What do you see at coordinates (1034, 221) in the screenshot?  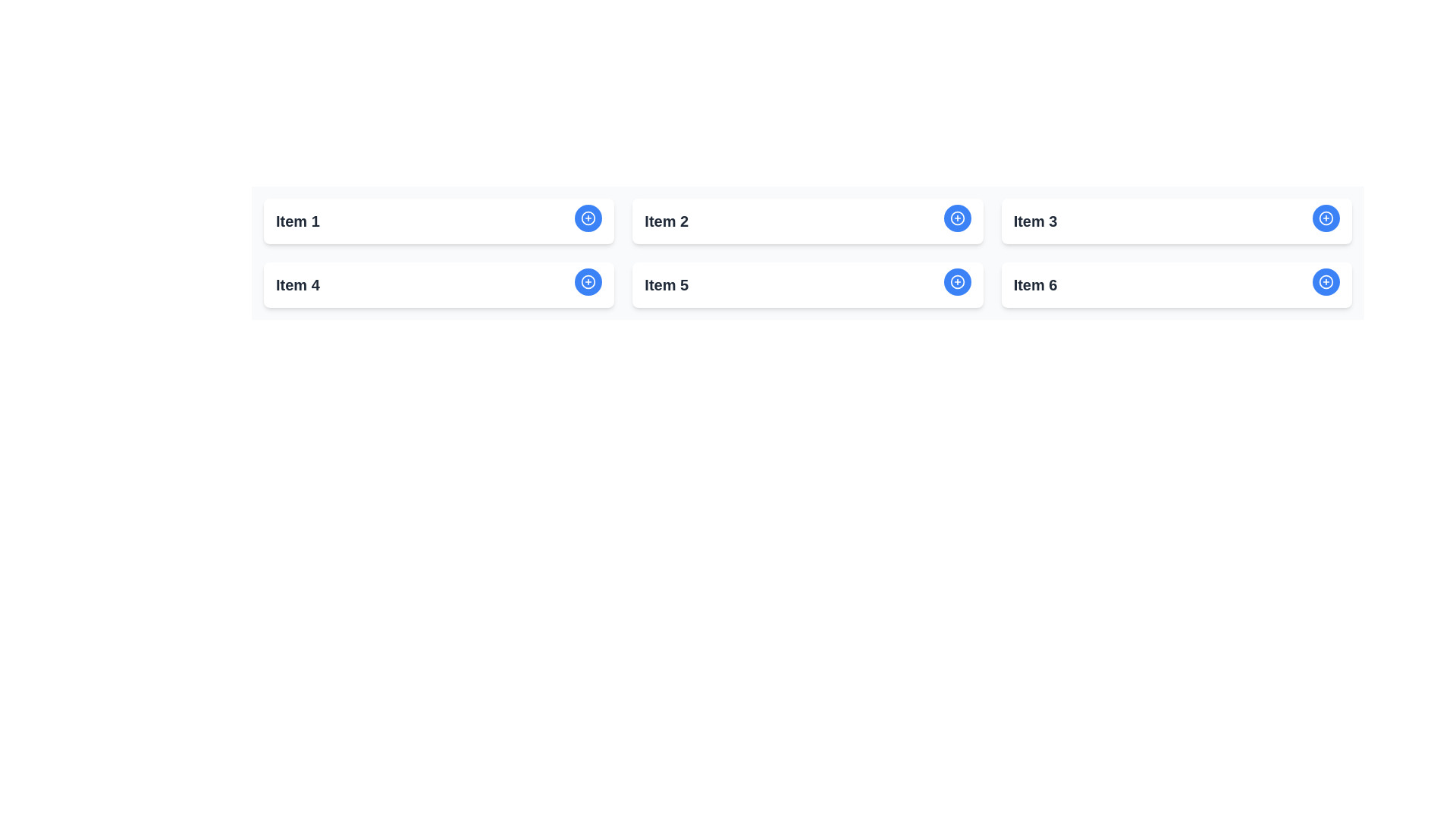 I see `the text label 'Item 3', which is styled with a bold, large font and positioned centrally in the top row of a two-row layout` at bounding box center [1034, 221].